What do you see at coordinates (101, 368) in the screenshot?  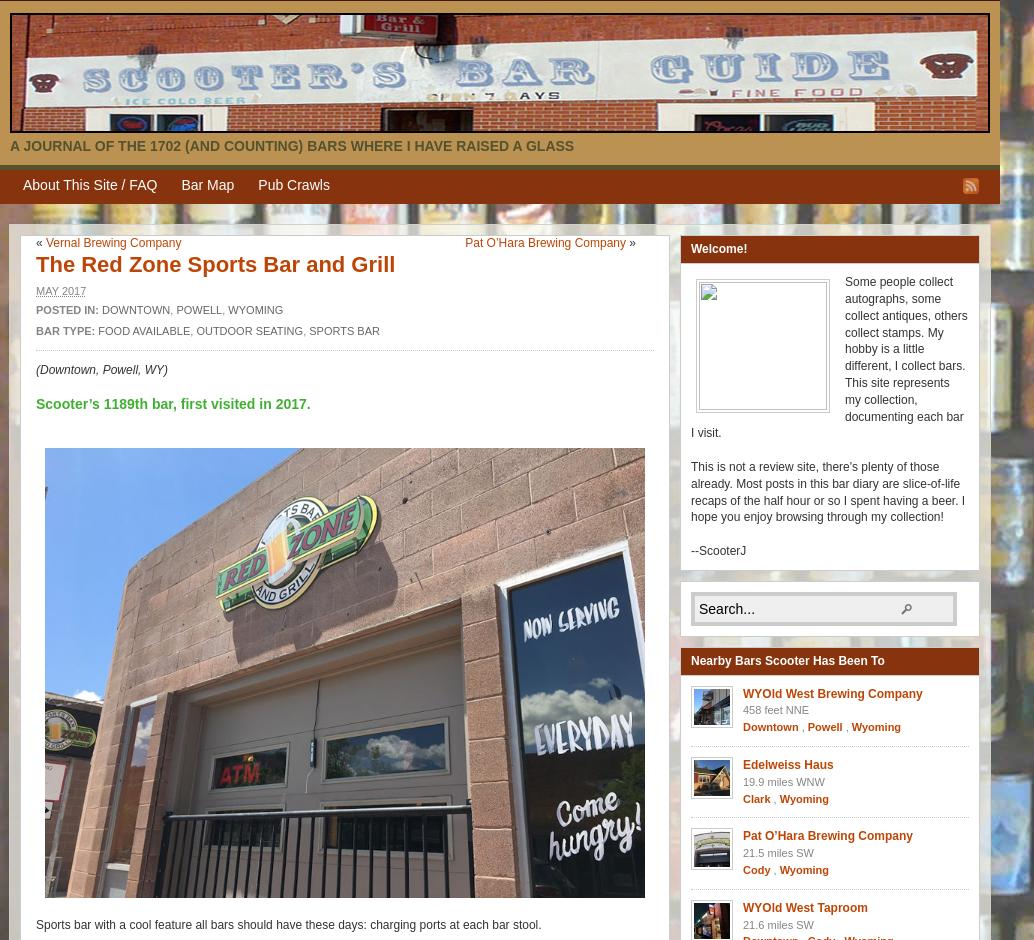 I see `'(Downtown, Powell, WY)'` at bounding box center [101, 368].